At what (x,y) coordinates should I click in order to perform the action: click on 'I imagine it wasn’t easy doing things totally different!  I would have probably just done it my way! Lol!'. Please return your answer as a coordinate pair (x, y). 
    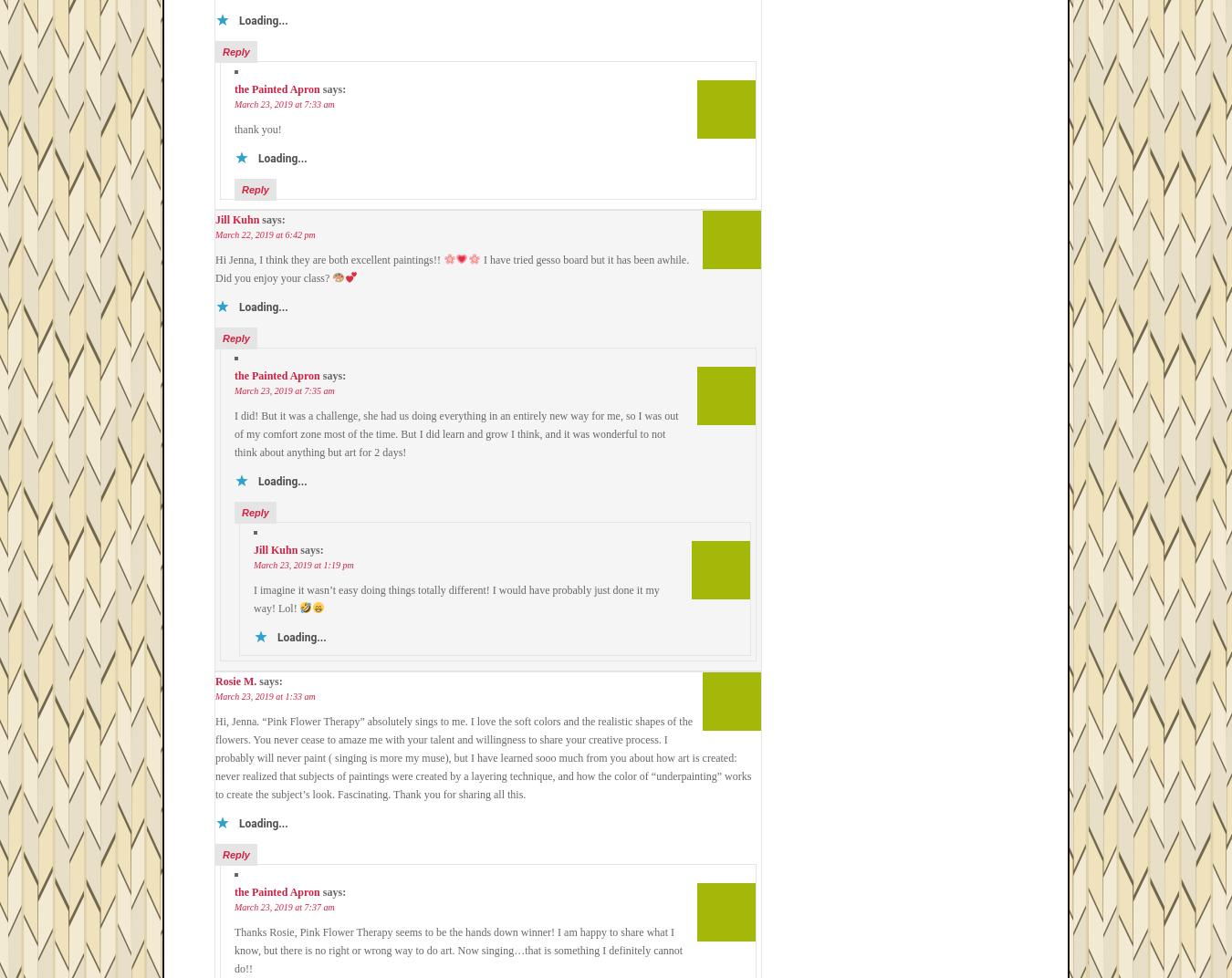
    Looking at the image, I should click on (455, 599).